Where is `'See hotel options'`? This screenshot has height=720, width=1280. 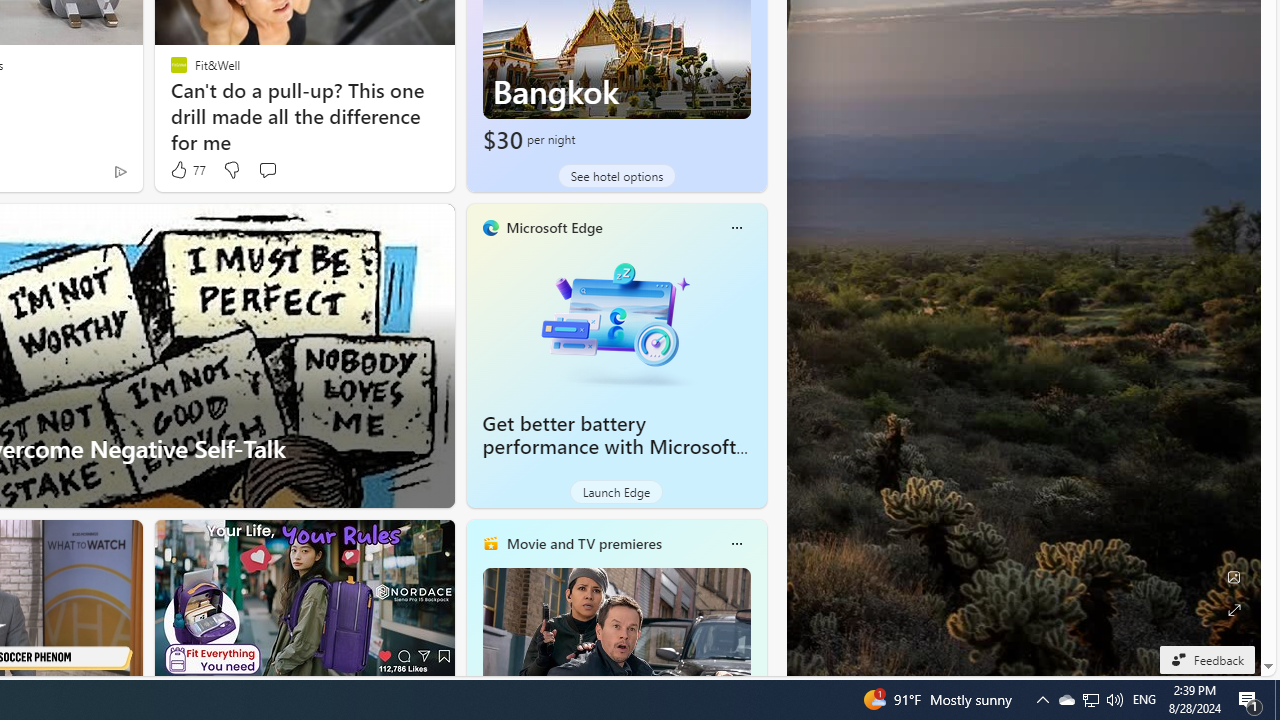
'See hotel options' is located at coordinates (615, 175).